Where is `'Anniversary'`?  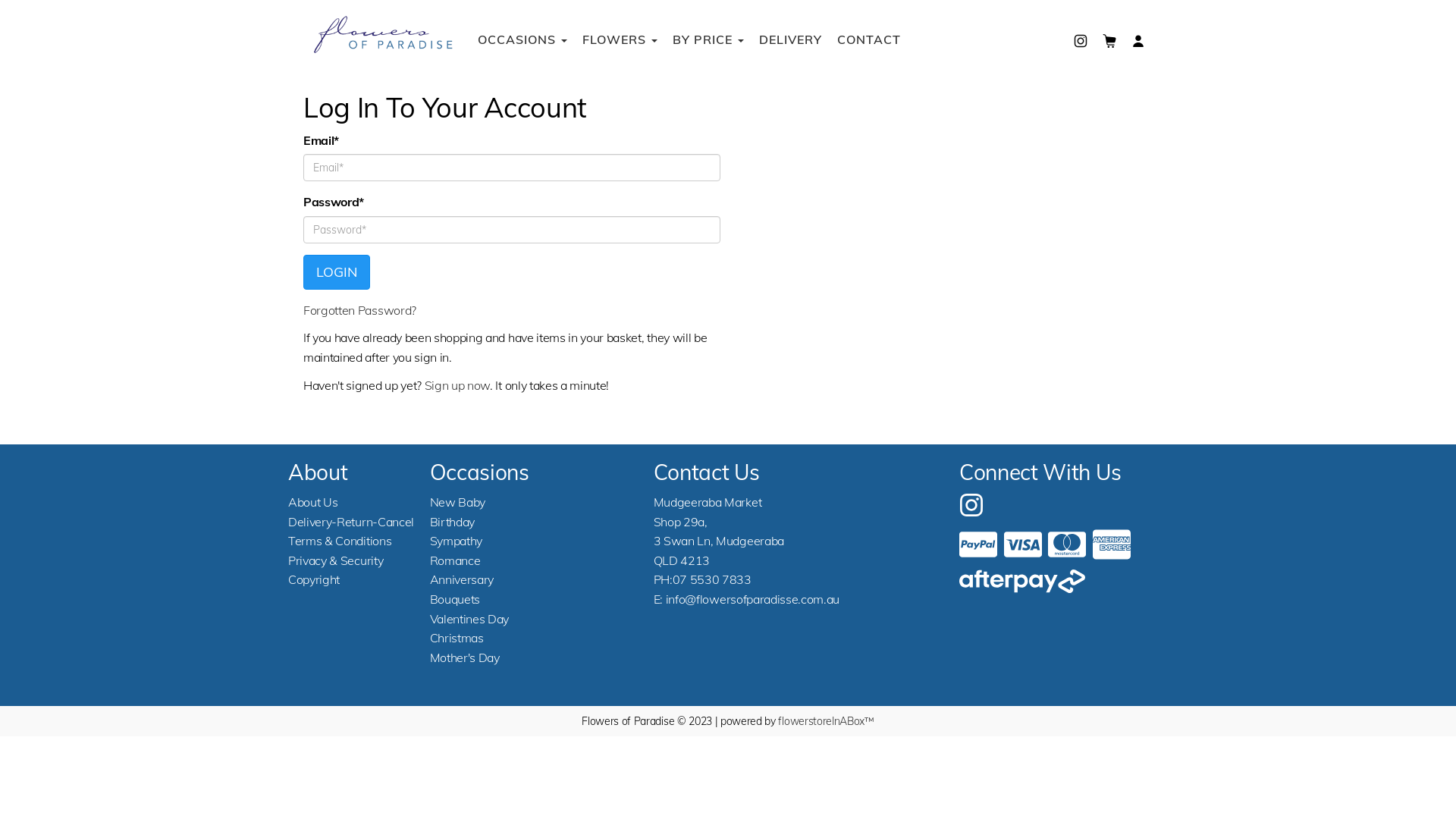 'Anniversary' is located at coordinates (461, 579).